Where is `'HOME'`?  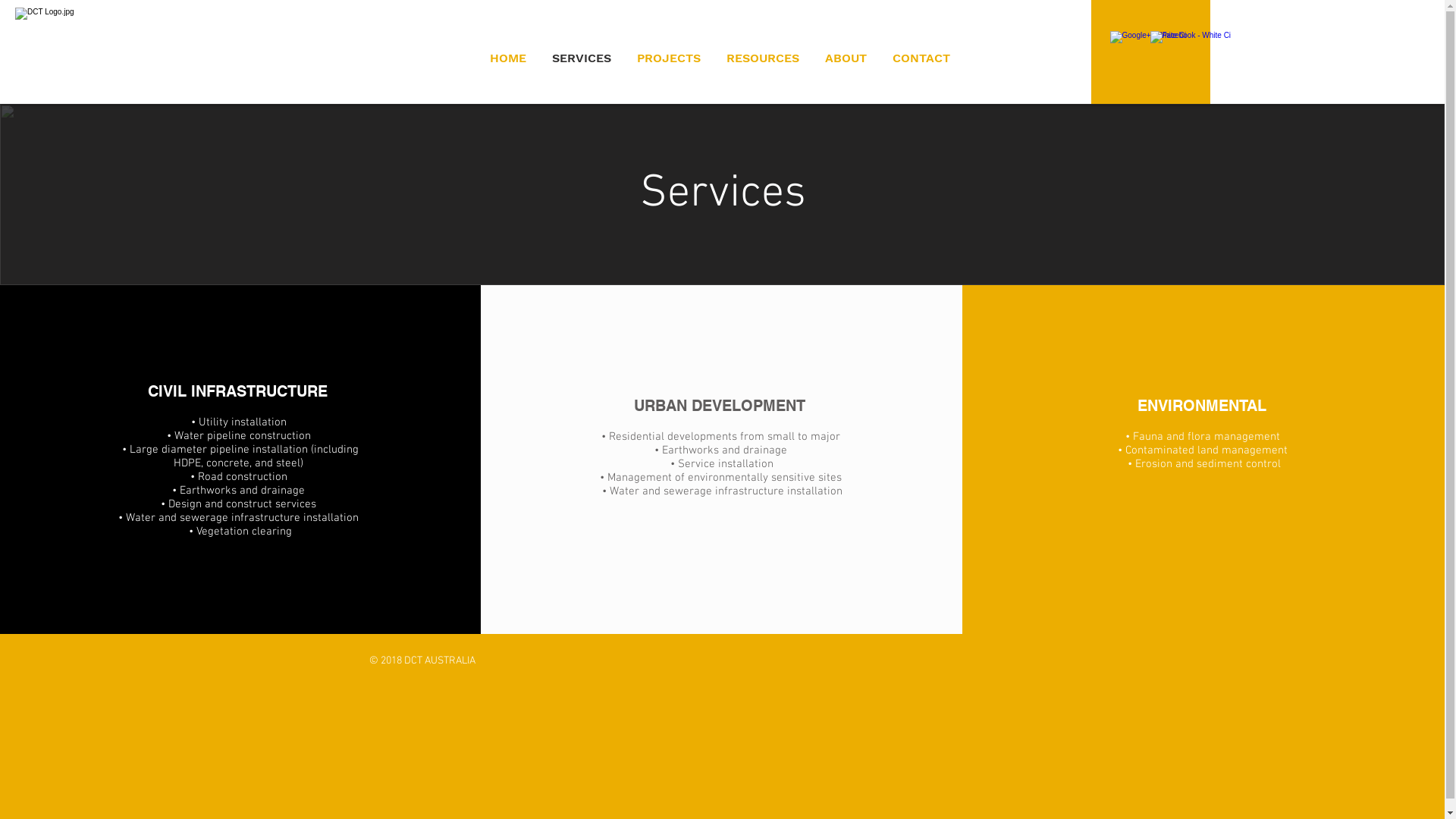
'HOME' is located at coordinates (475, 57).